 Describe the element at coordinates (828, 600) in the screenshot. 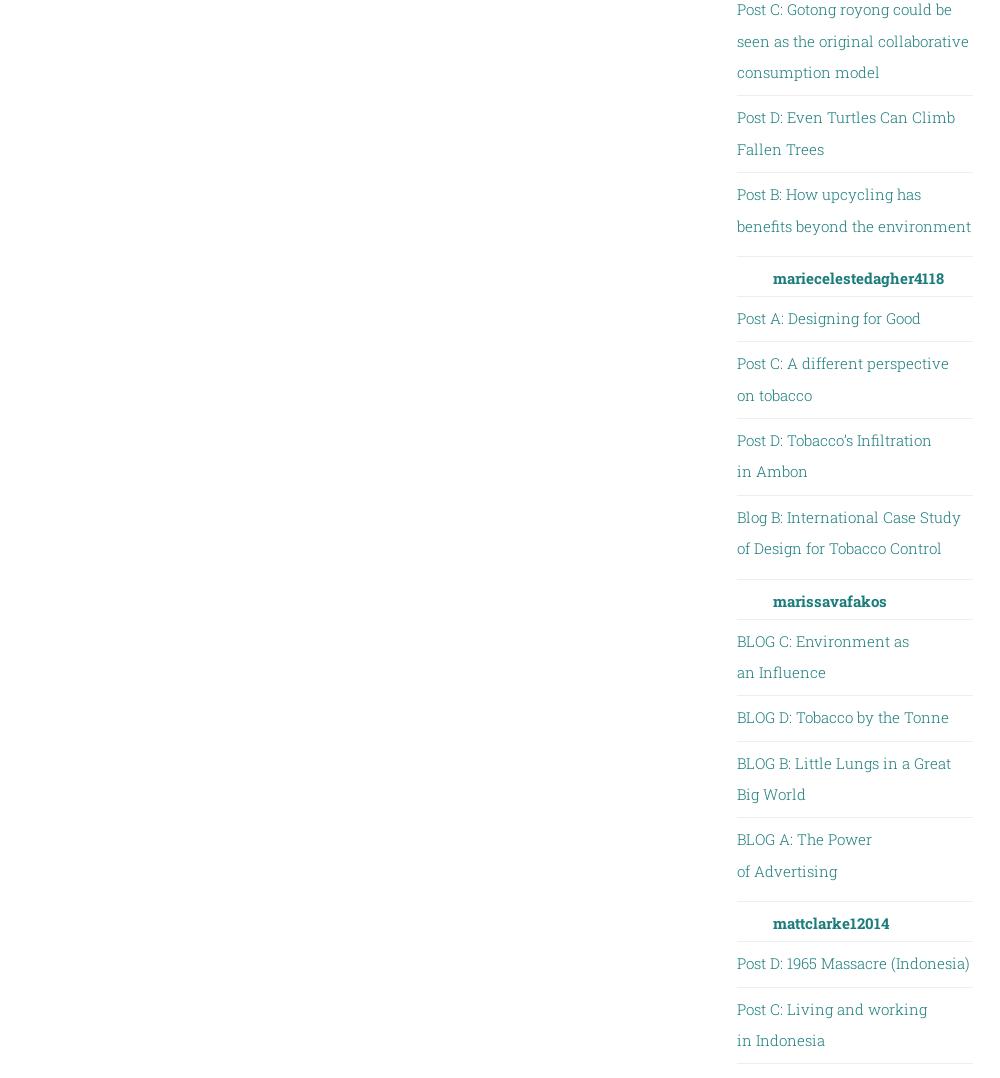

I see `'marissavafakos'` at that location.